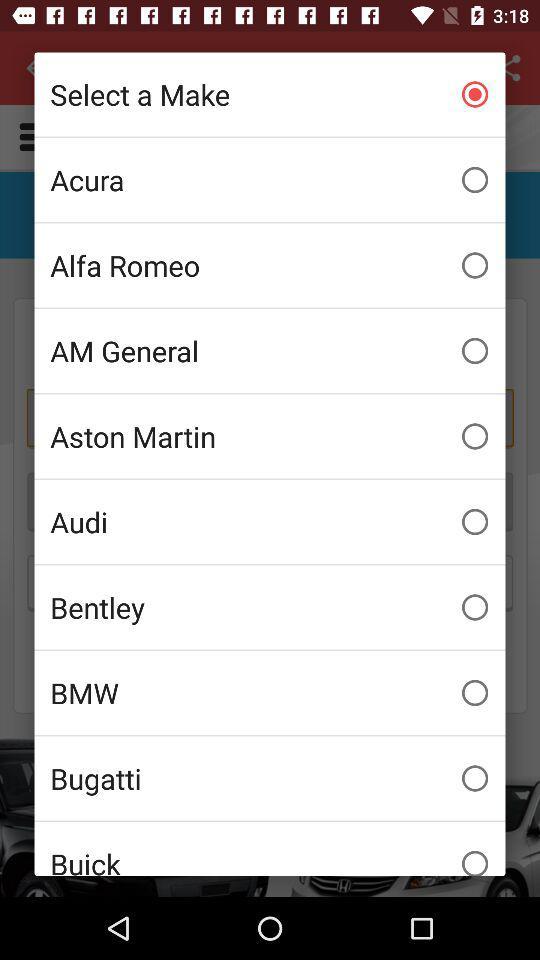  Describe the element at coordinates (270, 94) in the screenshot. I see `the select a make item` at that location.